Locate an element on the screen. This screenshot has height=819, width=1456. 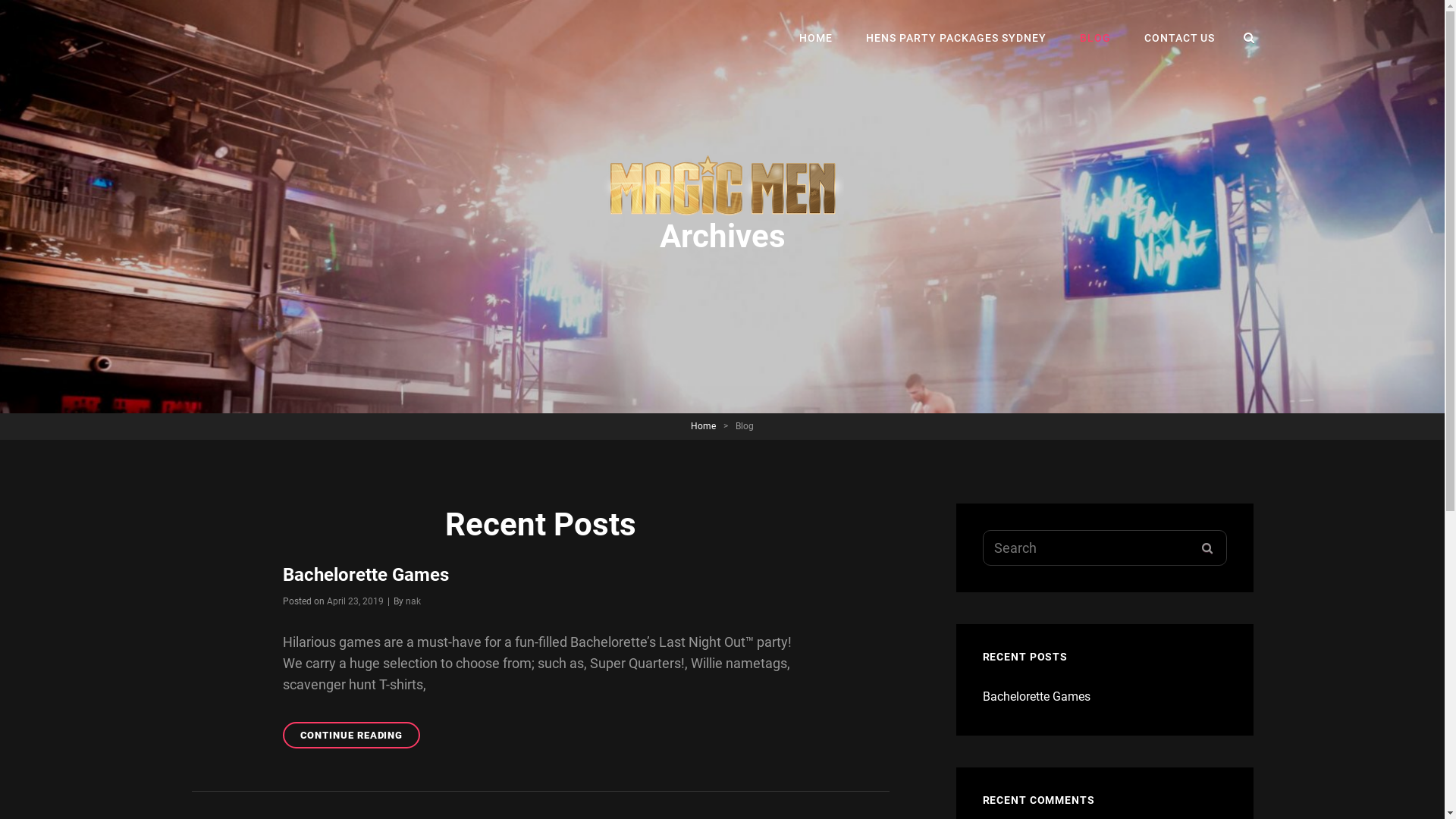
'SEARCH' is located at coordinates (1249, 37).